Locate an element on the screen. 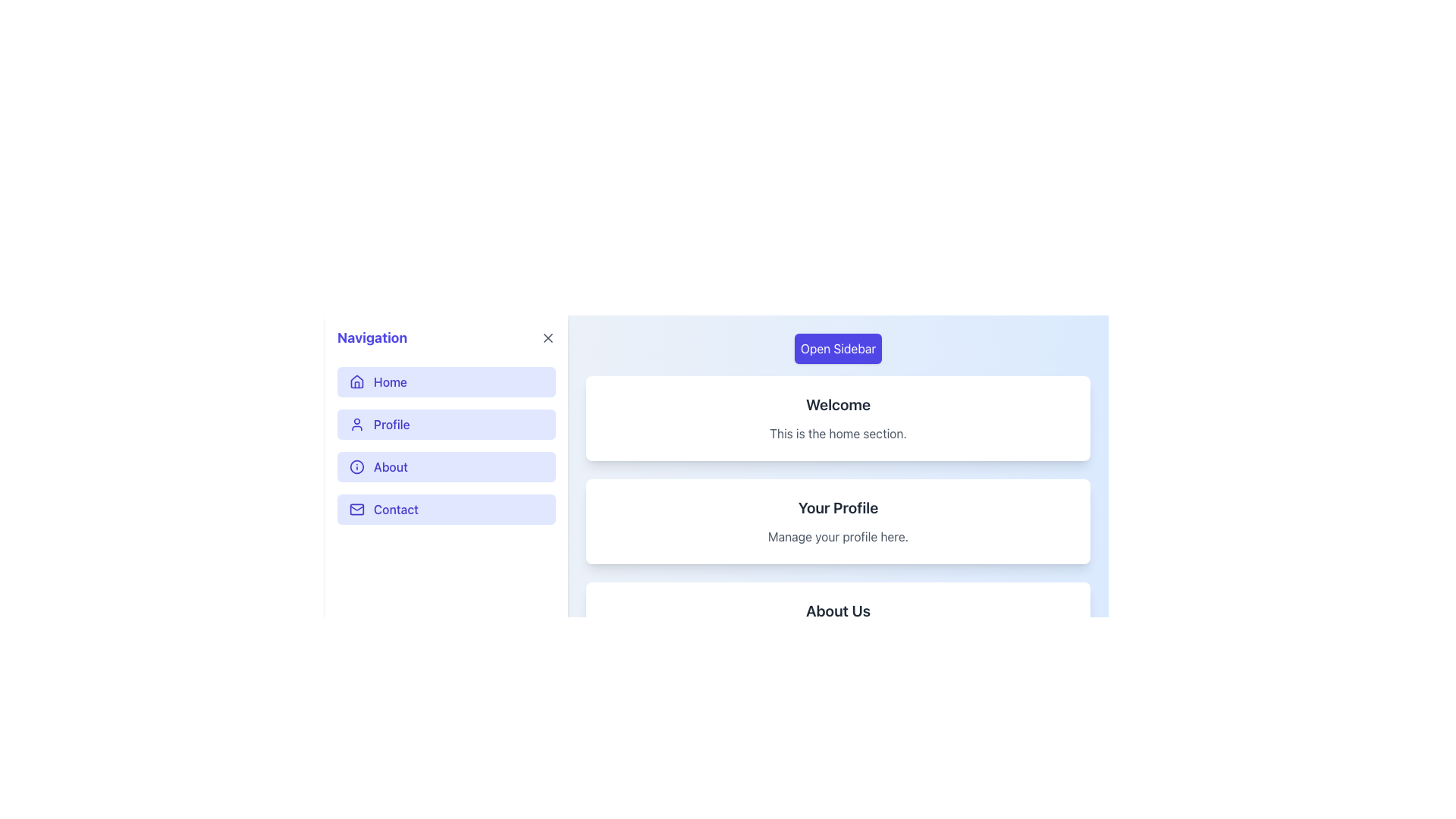 The height and width of the screenshot is (819, 1456). the 'About' text label in the left navigation menu, which is the third option from the top, located below the 'Profile' button and above the 'Contact' button is located at coordinates (391, 466).